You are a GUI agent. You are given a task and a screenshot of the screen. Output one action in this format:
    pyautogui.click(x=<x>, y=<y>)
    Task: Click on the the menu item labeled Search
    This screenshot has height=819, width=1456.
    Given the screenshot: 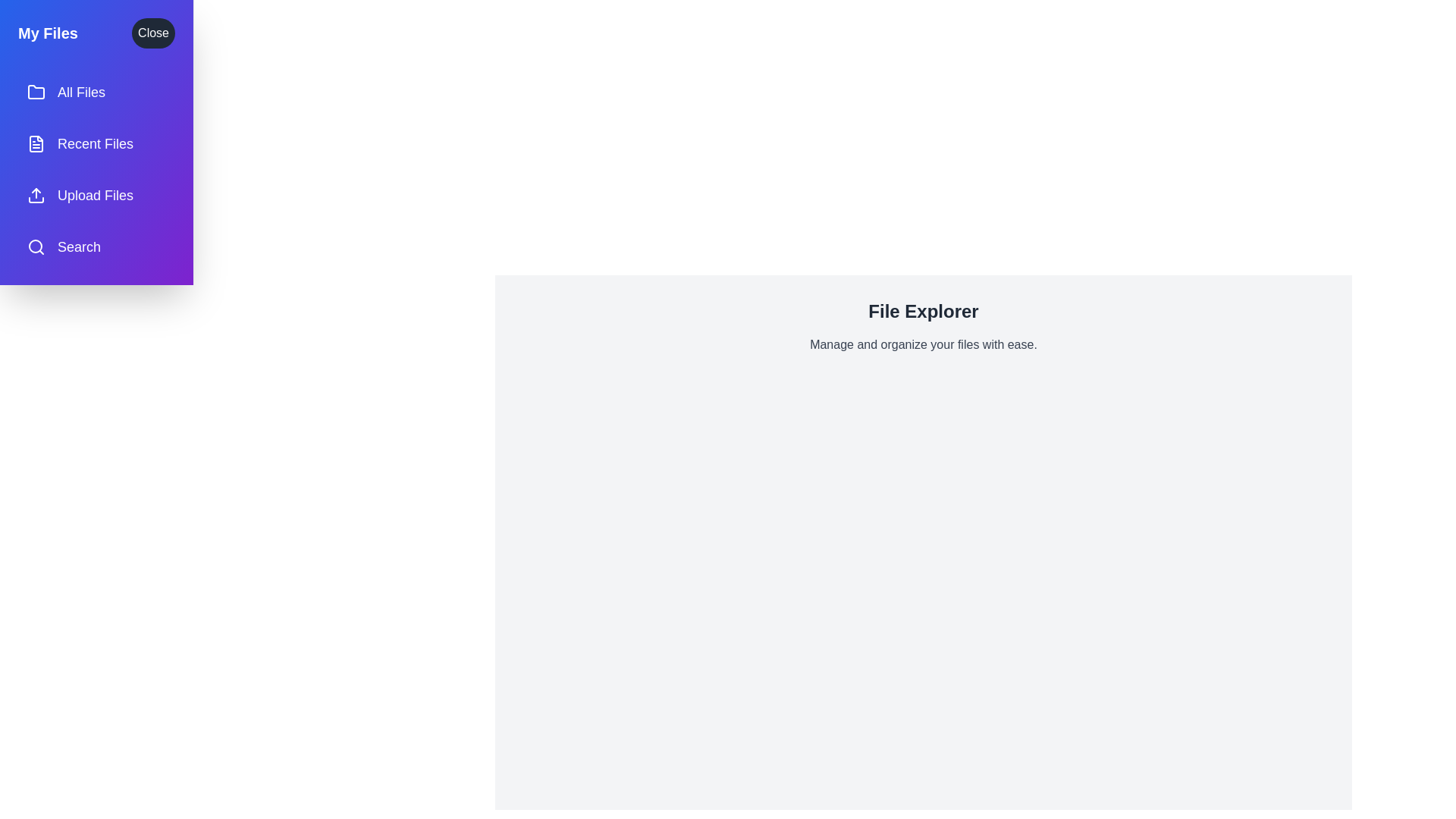 What is the action you would take?
    pyautogui.click(x=96, y=246)
    